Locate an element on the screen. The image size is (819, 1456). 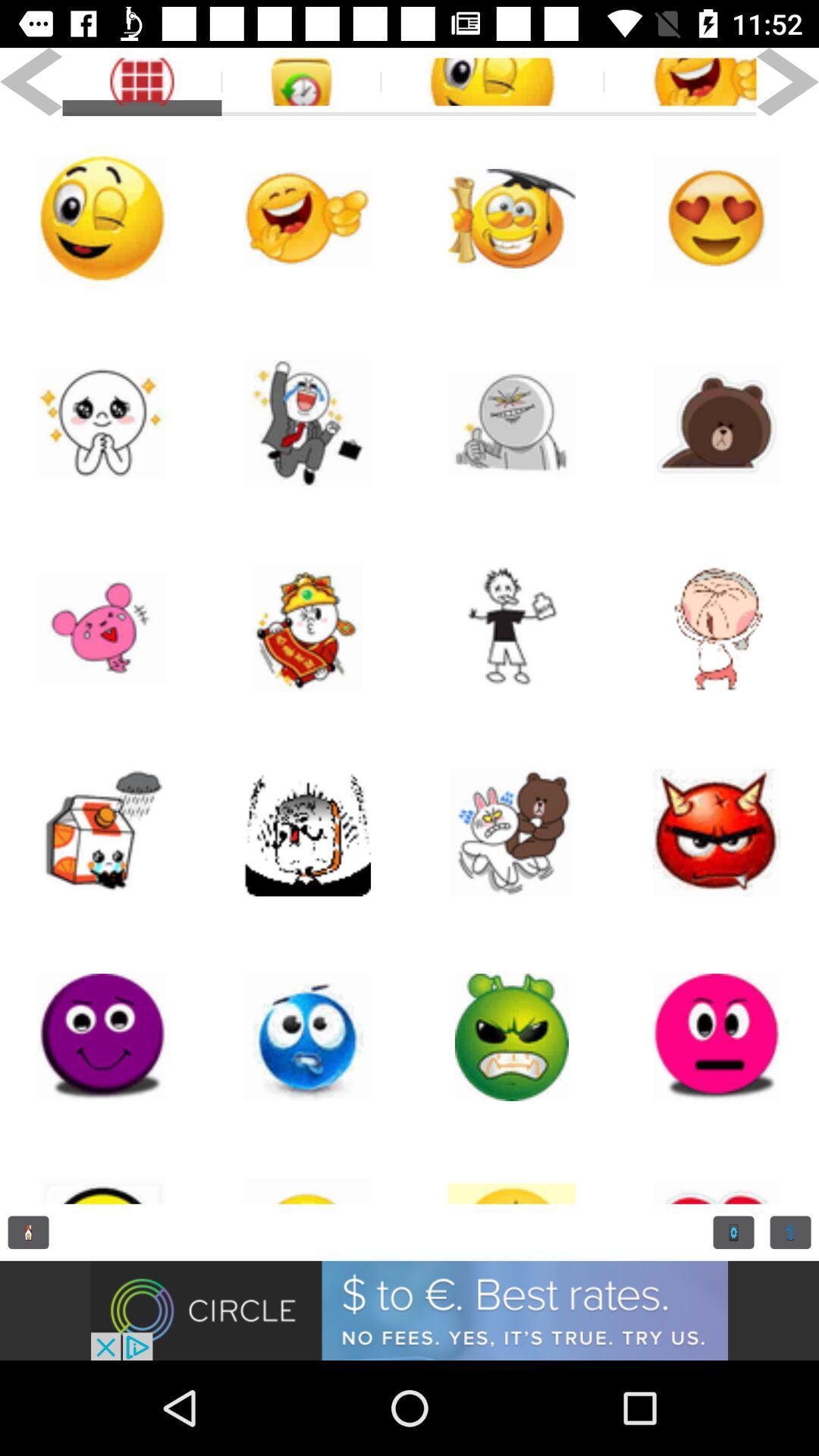
colour pitcure page is located at coordinates (102, 628).